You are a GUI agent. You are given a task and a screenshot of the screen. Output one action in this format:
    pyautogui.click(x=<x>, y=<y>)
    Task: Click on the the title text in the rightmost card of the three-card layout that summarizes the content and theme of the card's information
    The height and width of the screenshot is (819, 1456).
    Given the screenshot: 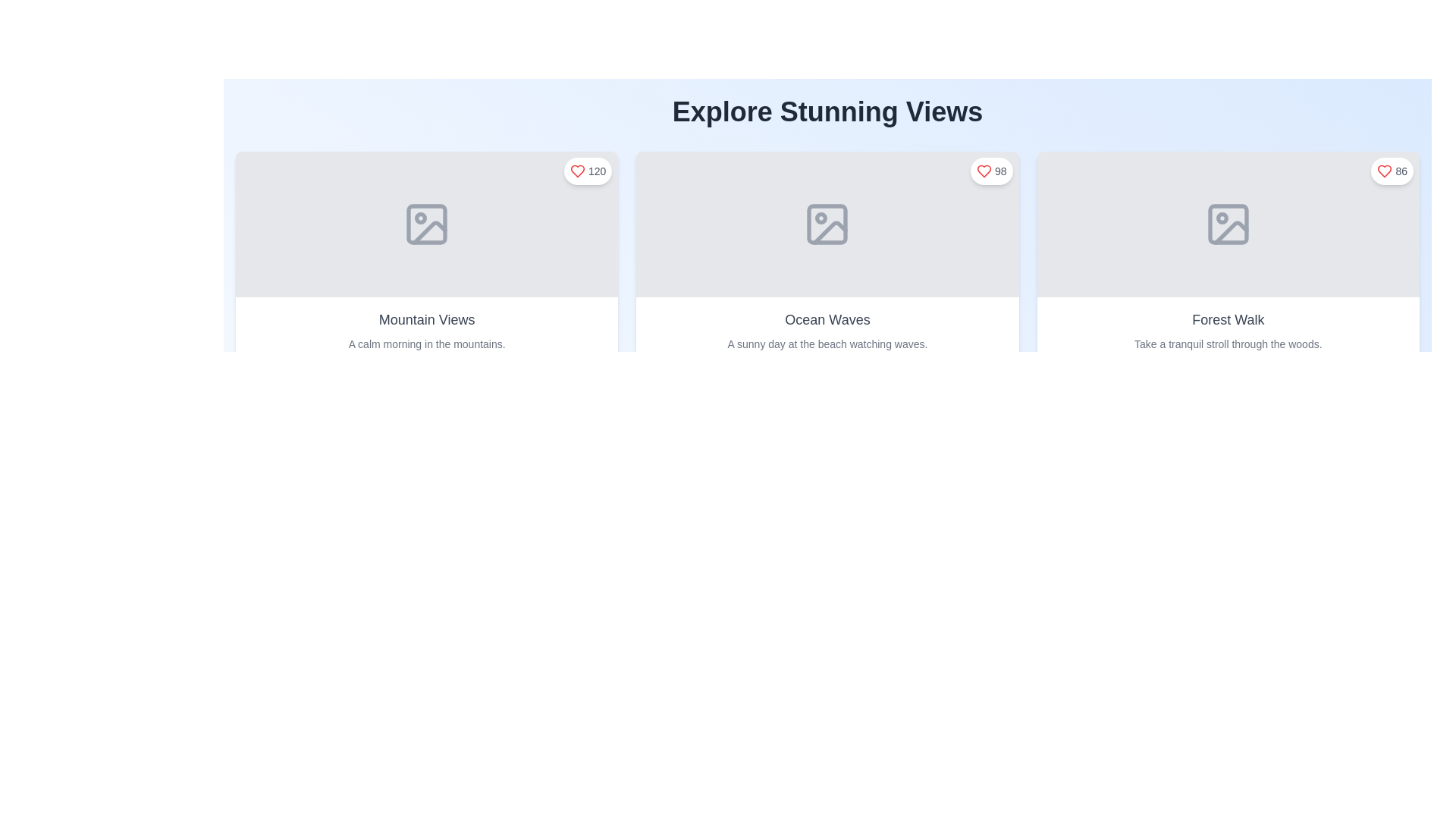 What is the action you would take?
    pyautogui.click(x=1228, y=318)
    